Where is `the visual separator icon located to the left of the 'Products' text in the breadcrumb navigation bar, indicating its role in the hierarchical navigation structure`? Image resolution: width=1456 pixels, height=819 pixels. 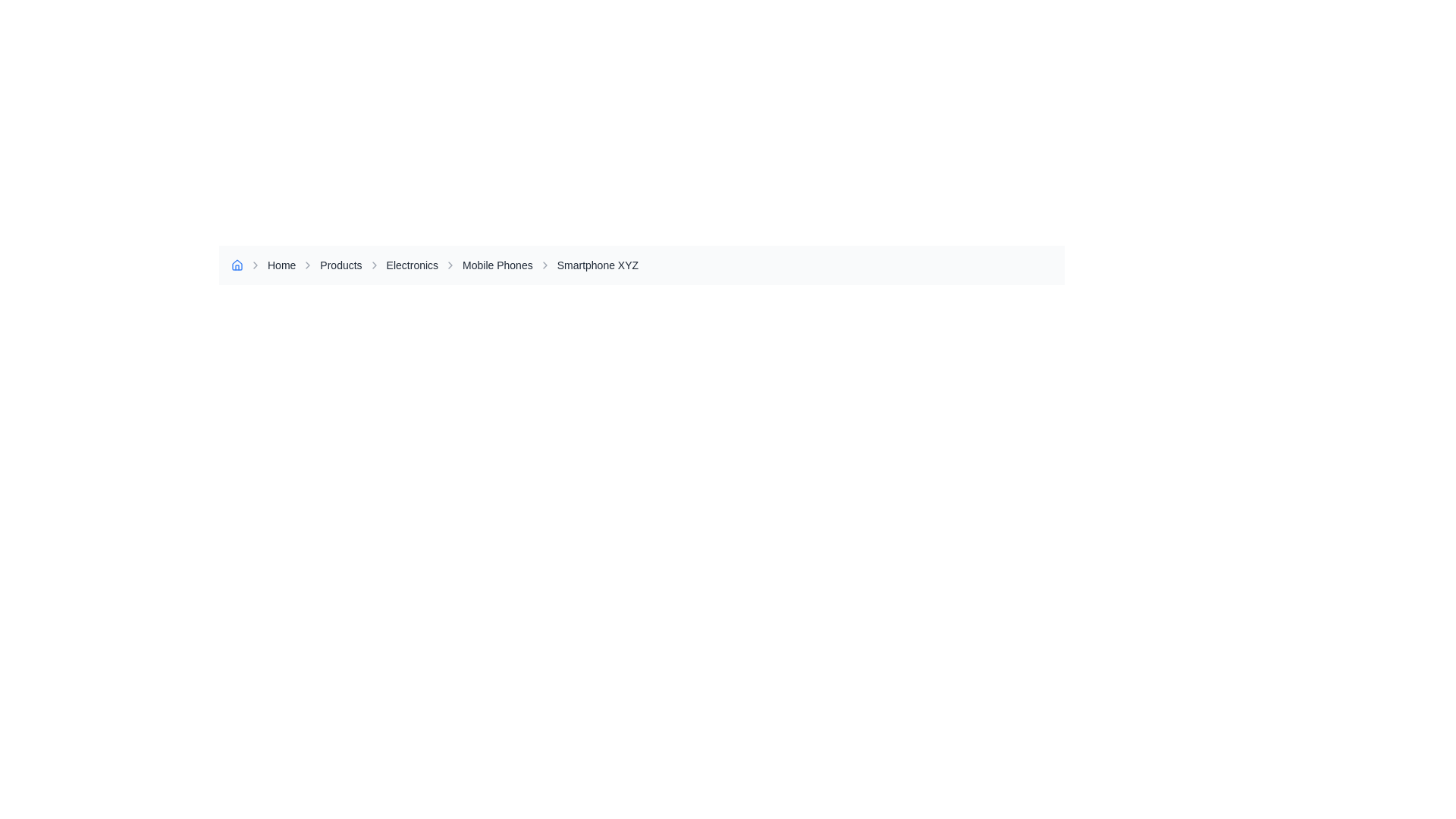
the visual separator icon located to the left of the 'Products' text in the breadcrumb navigation bar, indicating its role in the hierarchical navigation structure is located at coordinates (307, 265).